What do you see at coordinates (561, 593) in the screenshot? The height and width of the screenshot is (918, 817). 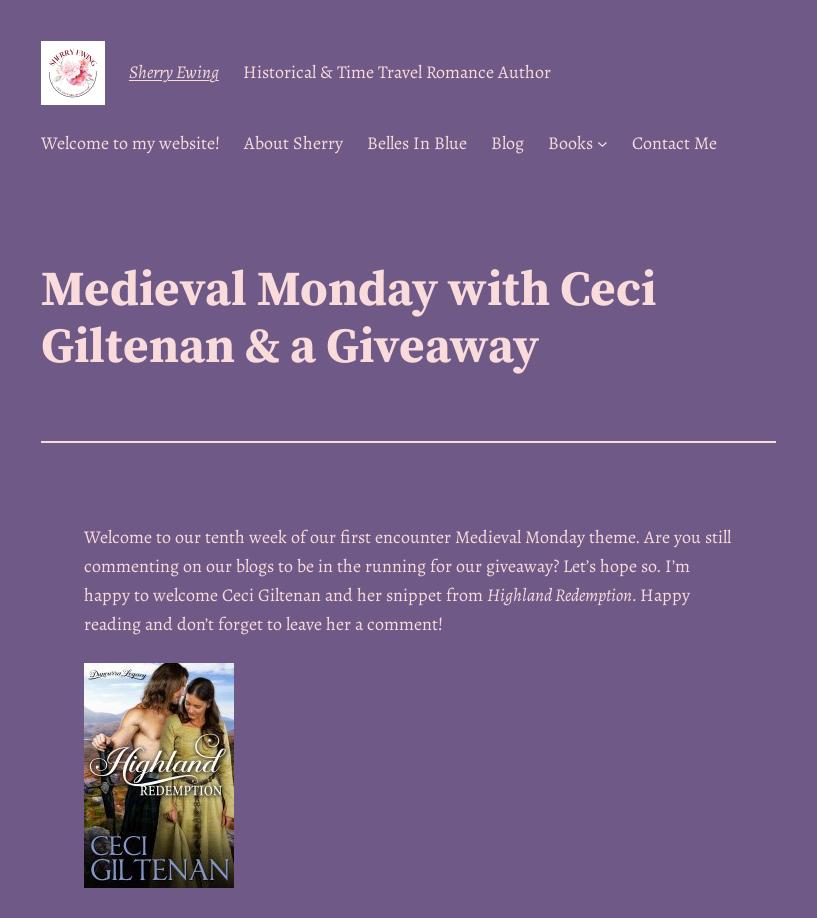 I see `'Highland Redemption.'` at bounding box center [561, 593].